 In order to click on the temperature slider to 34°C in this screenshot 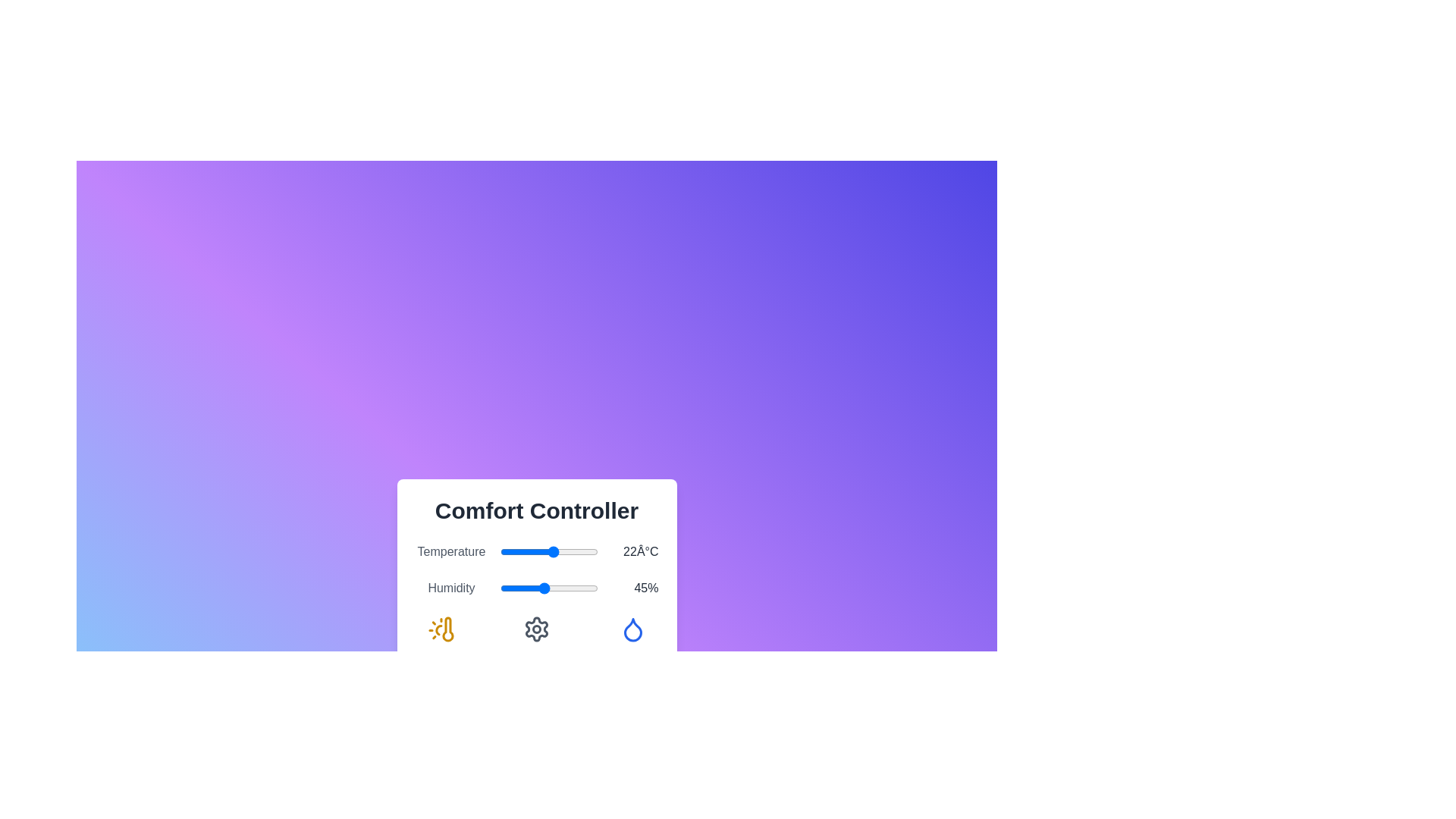, I will do `click(582, 552)`.